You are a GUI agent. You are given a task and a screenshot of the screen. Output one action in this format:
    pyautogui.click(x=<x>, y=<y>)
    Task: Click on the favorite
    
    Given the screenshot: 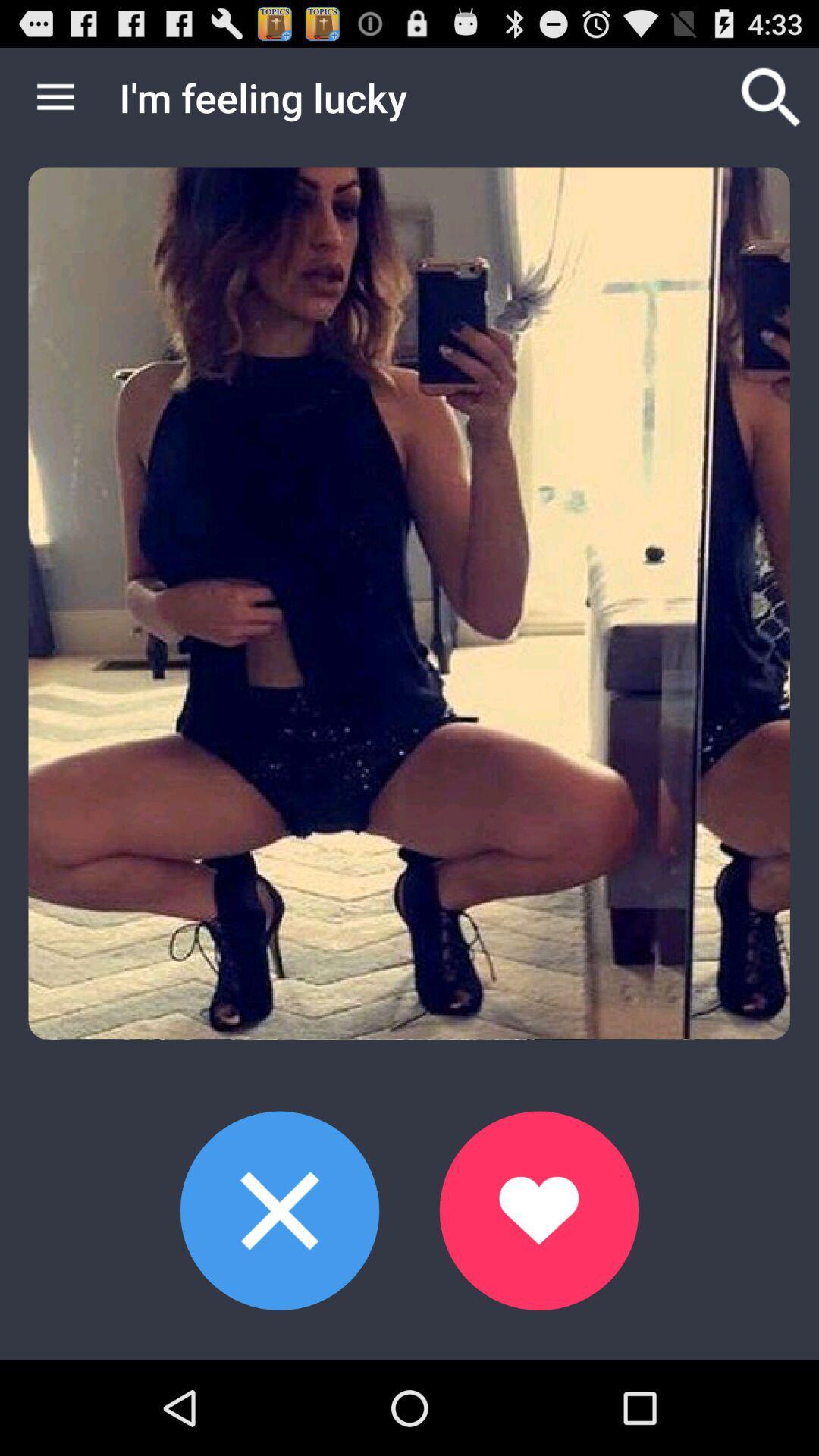 What is the action you would take?
    pyautogui.click(x=538, y=1210)
    